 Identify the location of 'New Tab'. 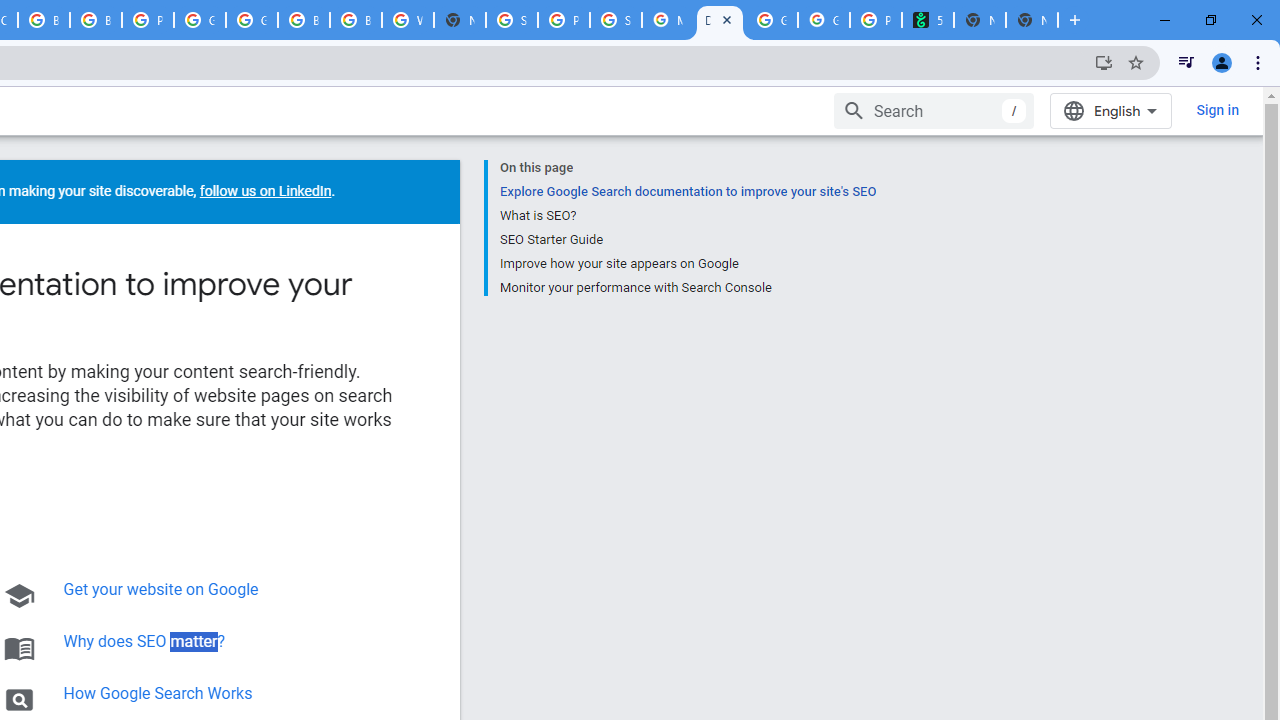
(1032, 20).